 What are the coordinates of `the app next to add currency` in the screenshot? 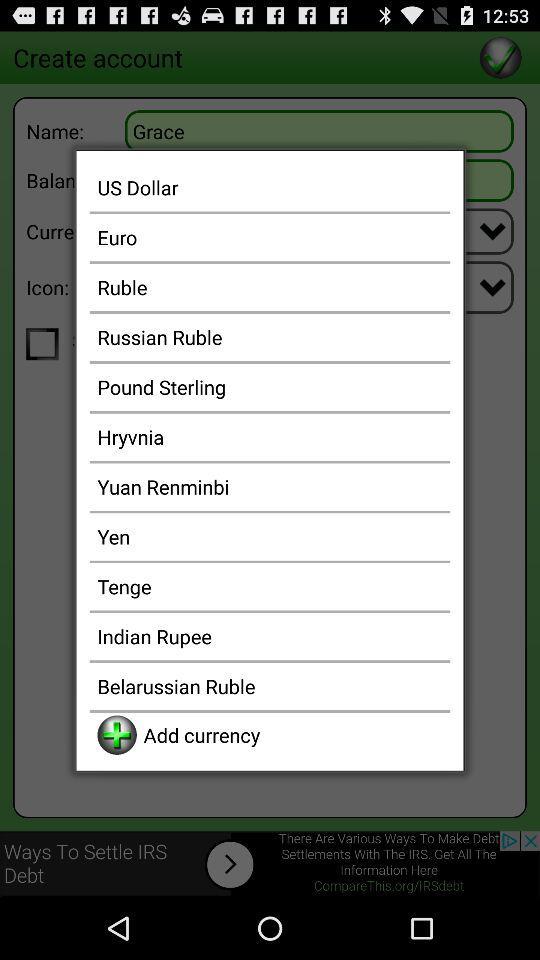 It's located at (117, 734).